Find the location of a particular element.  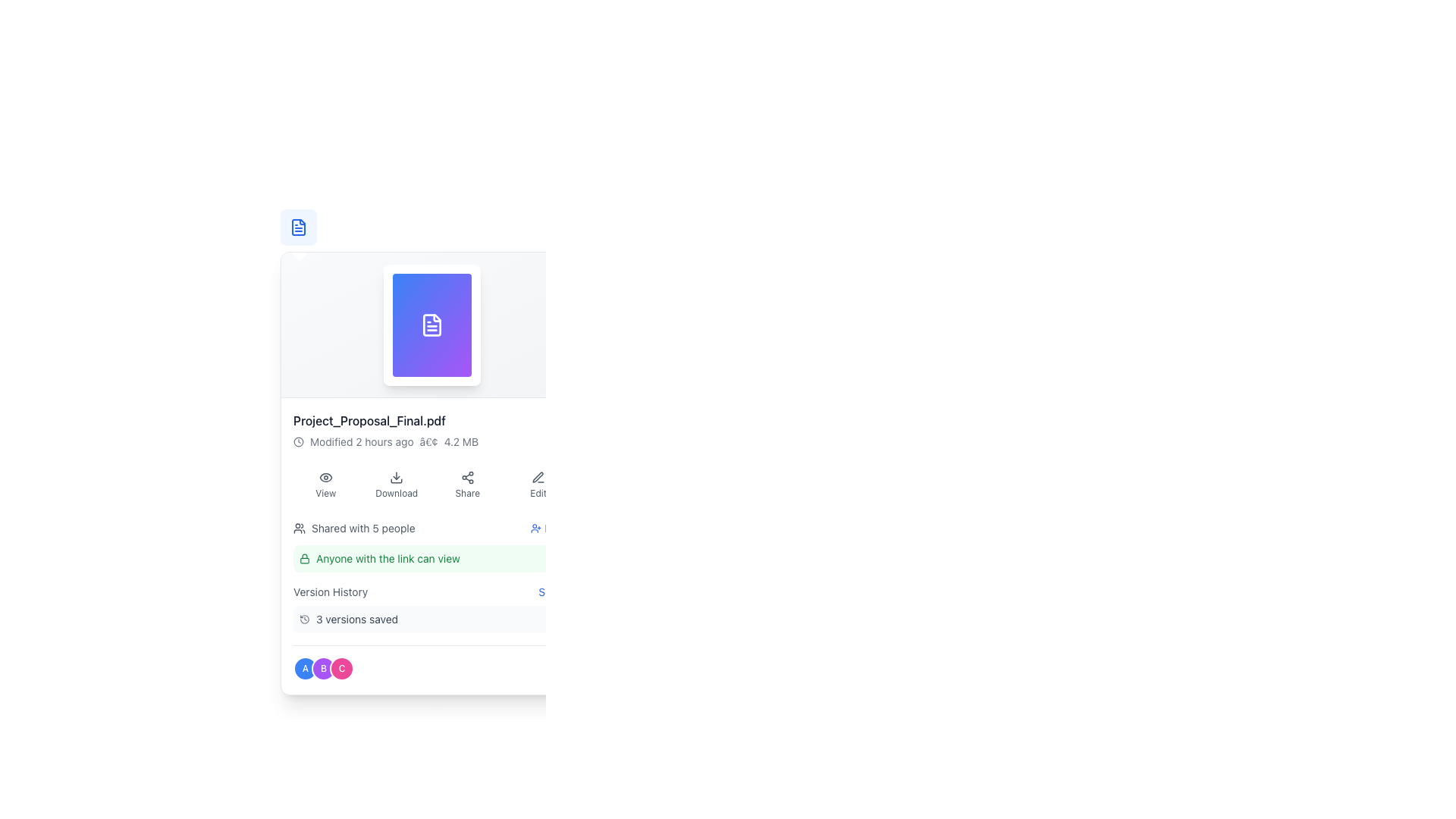

the share button, which is the third element in a grid of four options located near the bottom of the document details view, positioned between the 'Download' button and the 'Edit' button is located at coordinates (466, 485).